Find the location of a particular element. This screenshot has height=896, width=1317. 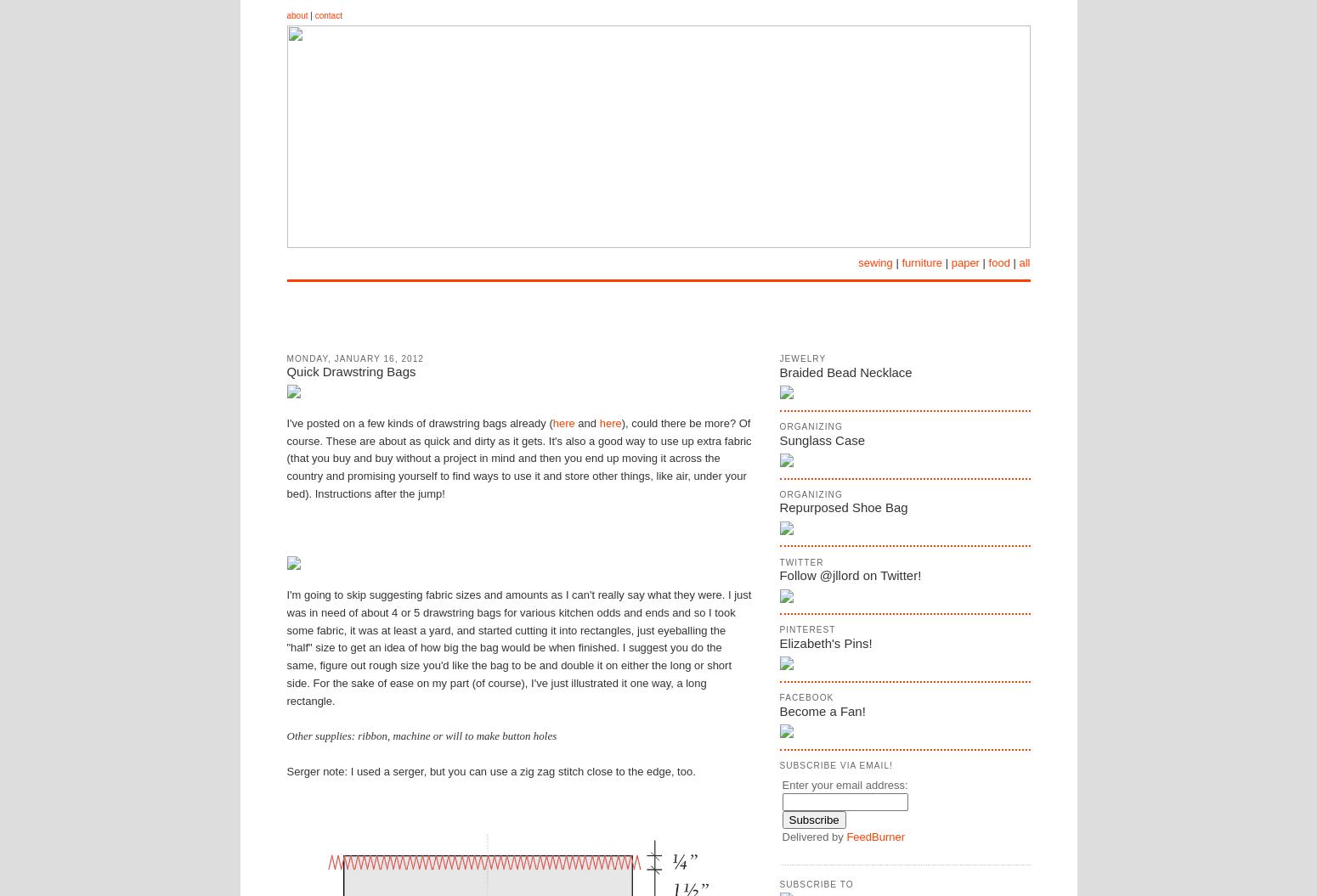

'contact' is located at coordinates (326, 15).